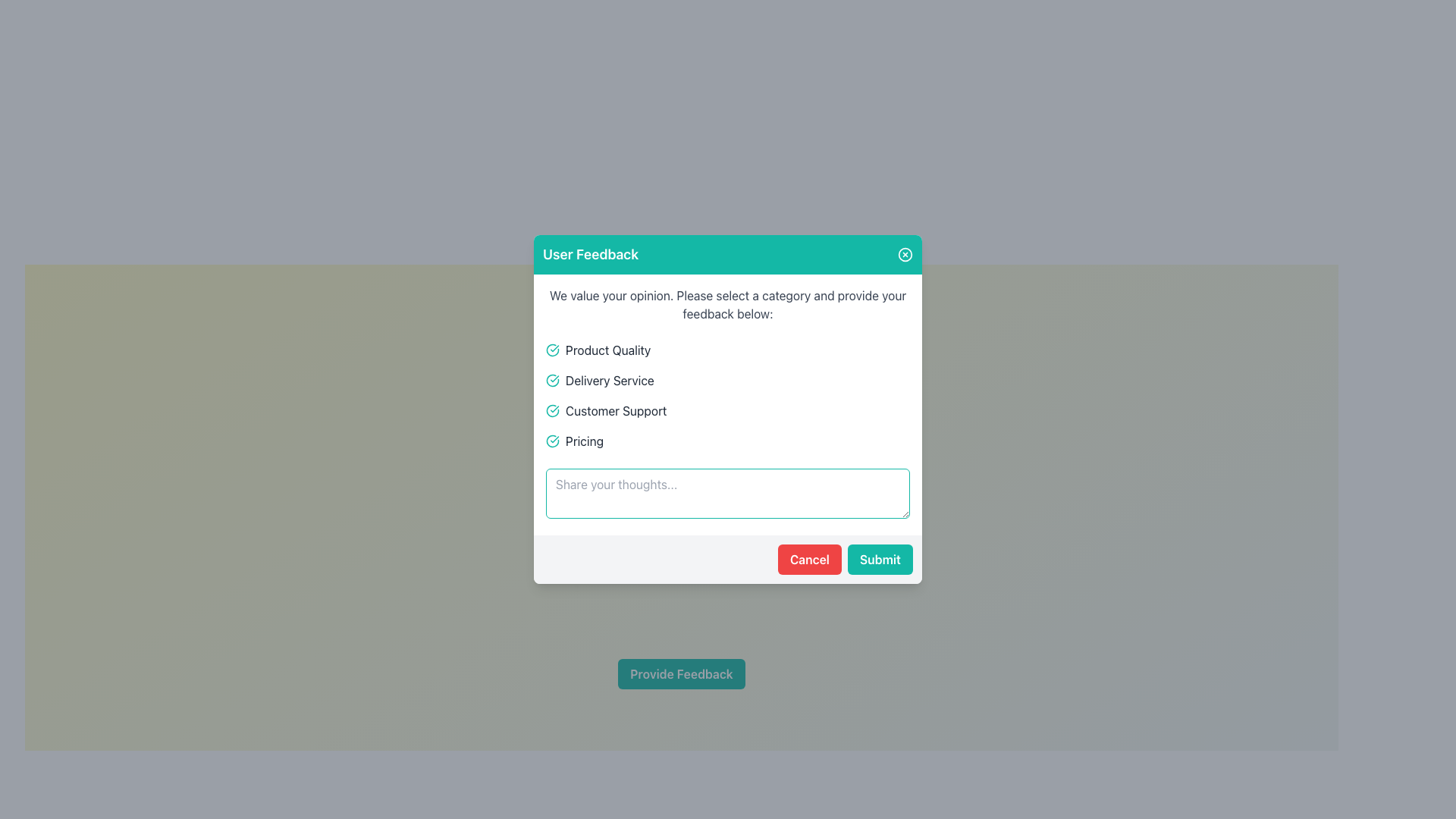  I want to click on the small circular button with a white border and 'X' icon located at the far right of the header section of the modal dialog box for accessibility purposes, so click(905, 253).